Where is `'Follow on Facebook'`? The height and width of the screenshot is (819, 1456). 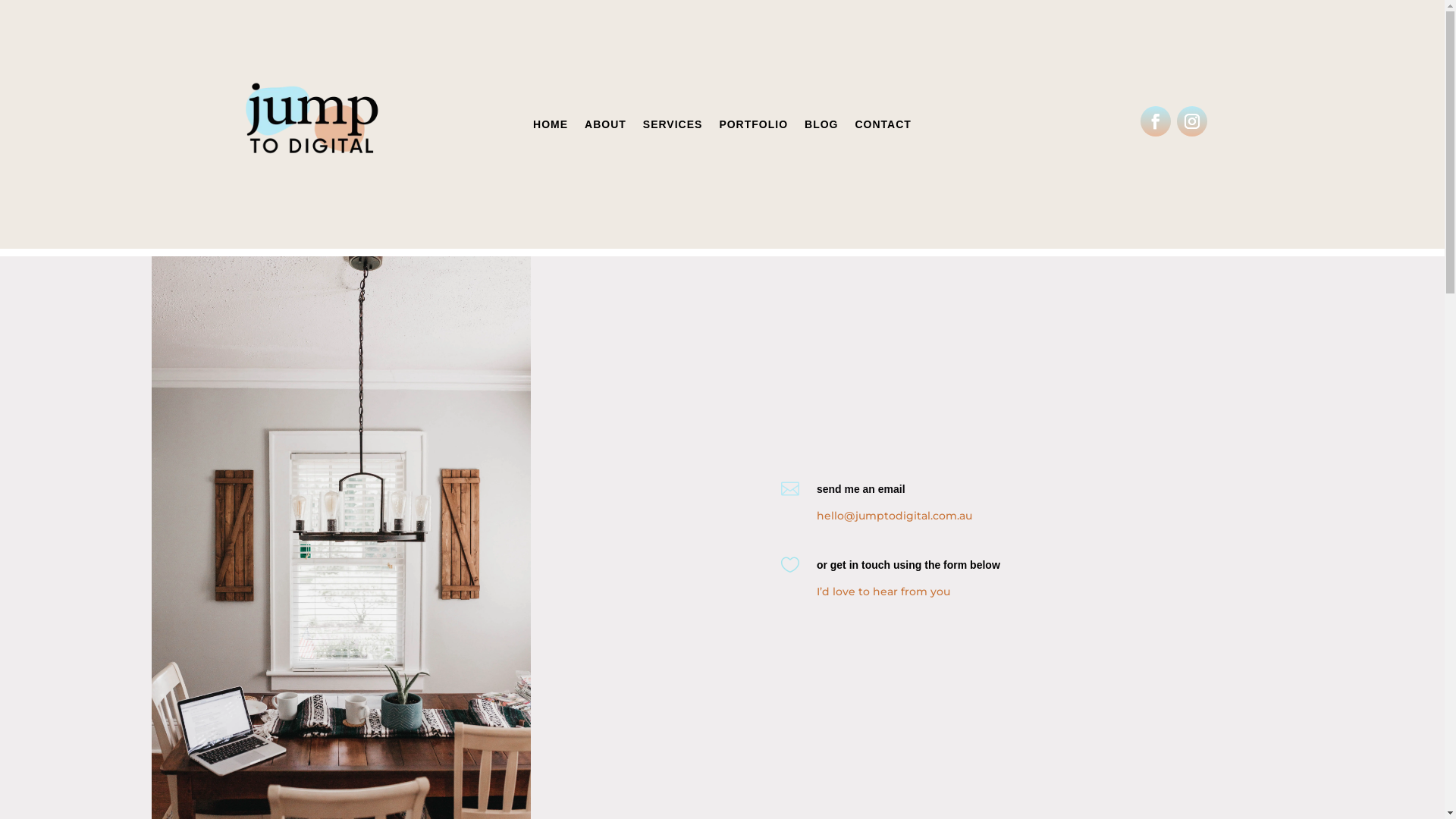
'Follow on Facebook' is located at coordinates (1154, 120).